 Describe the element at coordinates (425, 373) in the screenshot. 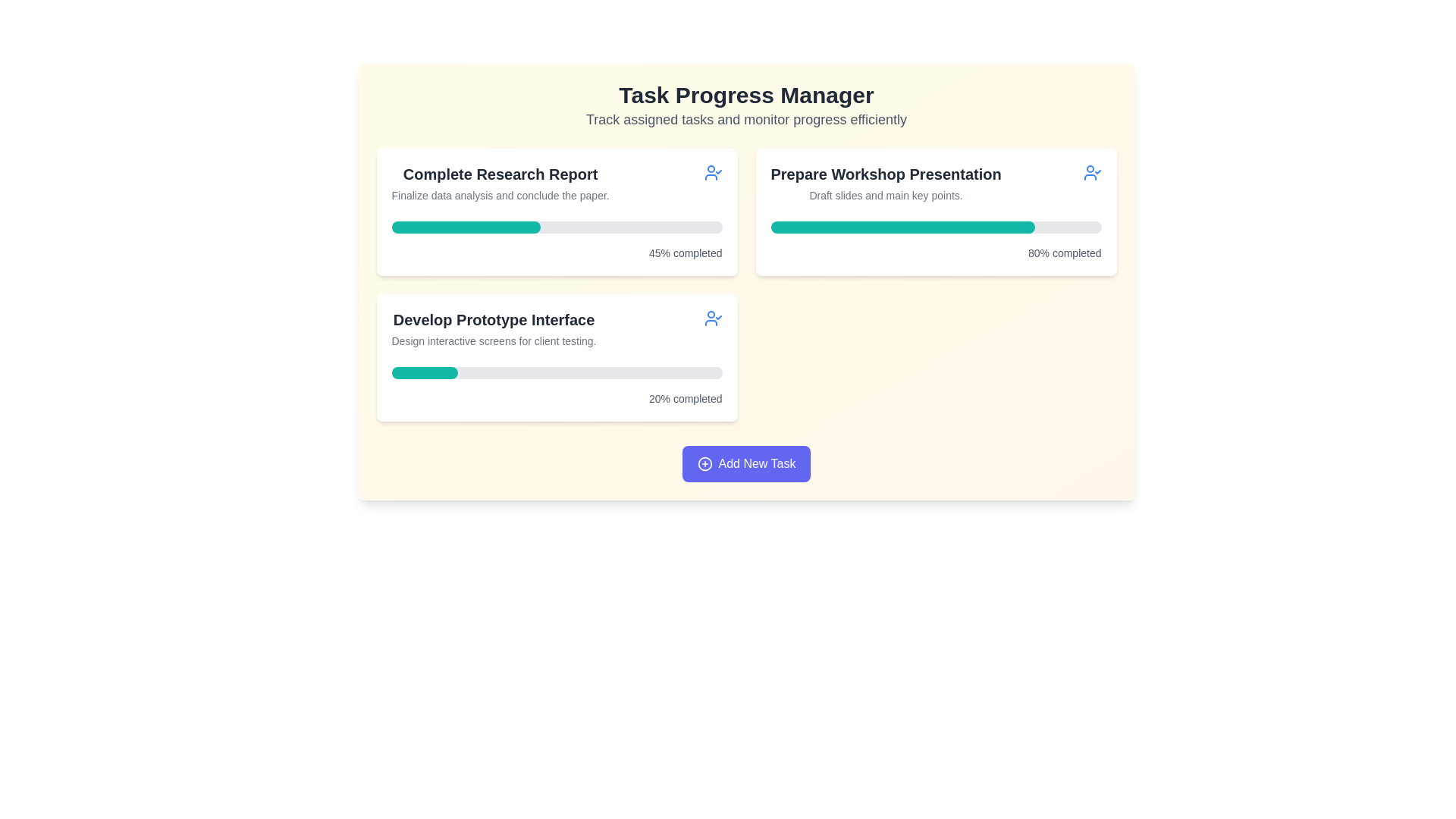

I see `the progress bar indicator that represents a 20% completion level, located within the second card from the top on the left side of the interface` at that location.